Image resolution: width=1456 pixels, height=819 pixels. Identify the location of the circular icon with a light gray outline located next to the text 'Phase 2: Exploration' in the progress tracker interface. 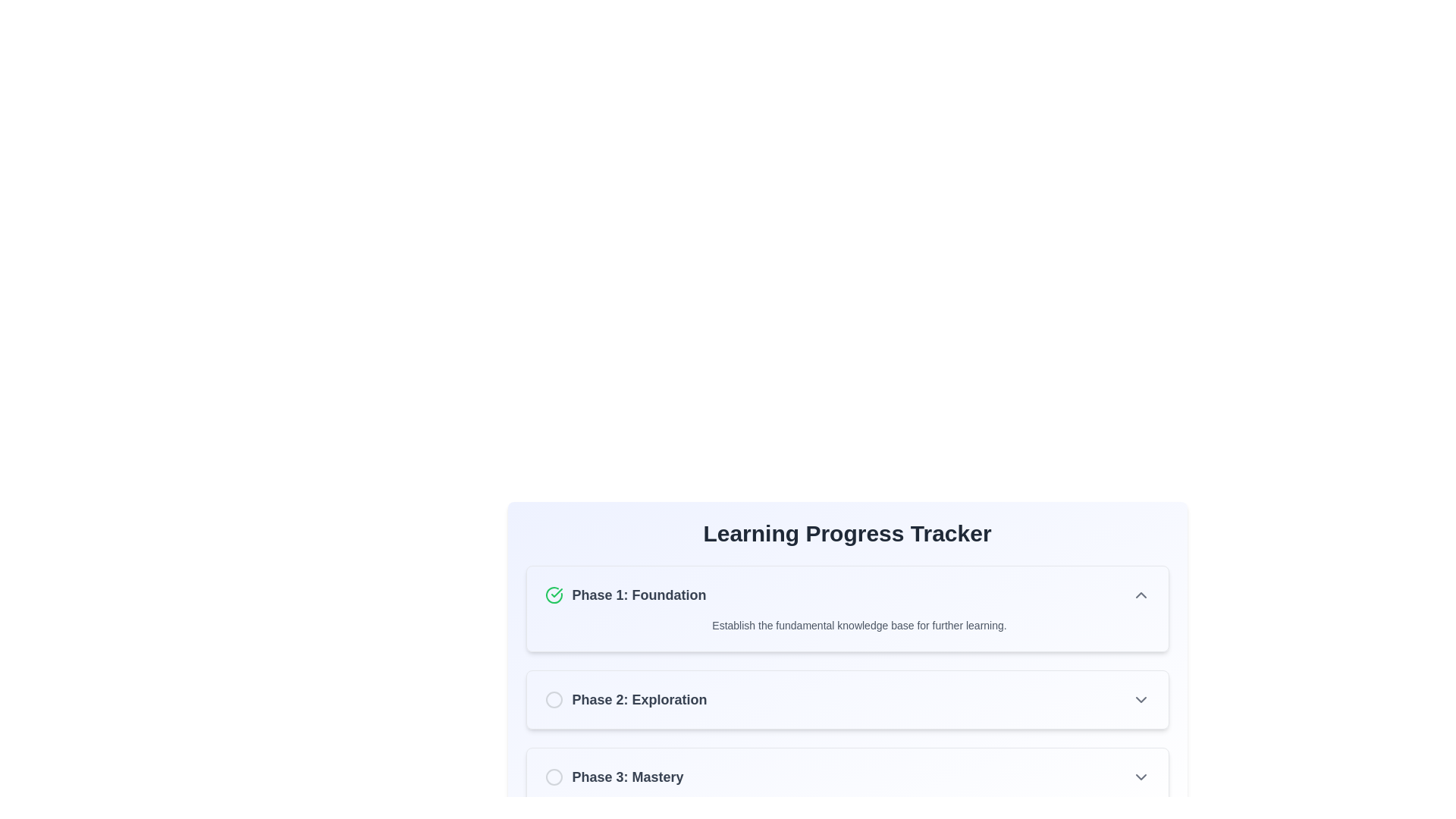
(553, 699).